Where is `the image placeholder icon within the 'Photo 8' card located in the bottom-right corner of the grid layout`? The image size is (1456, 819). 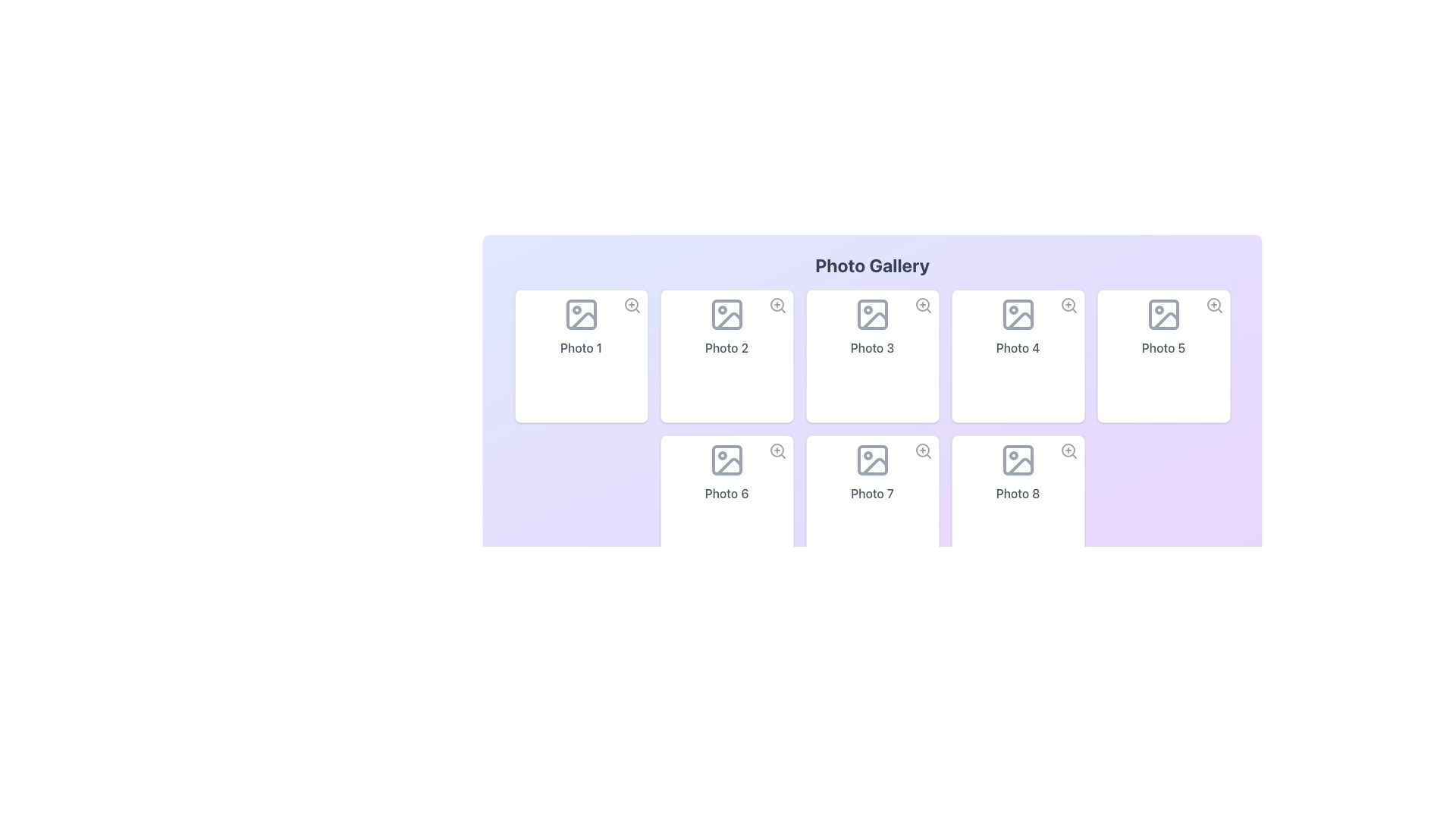
the image placeholder icon within the 'Photo 8' card located in the bottom-right corner of the grid layout is located at coordinates (1018, 459).